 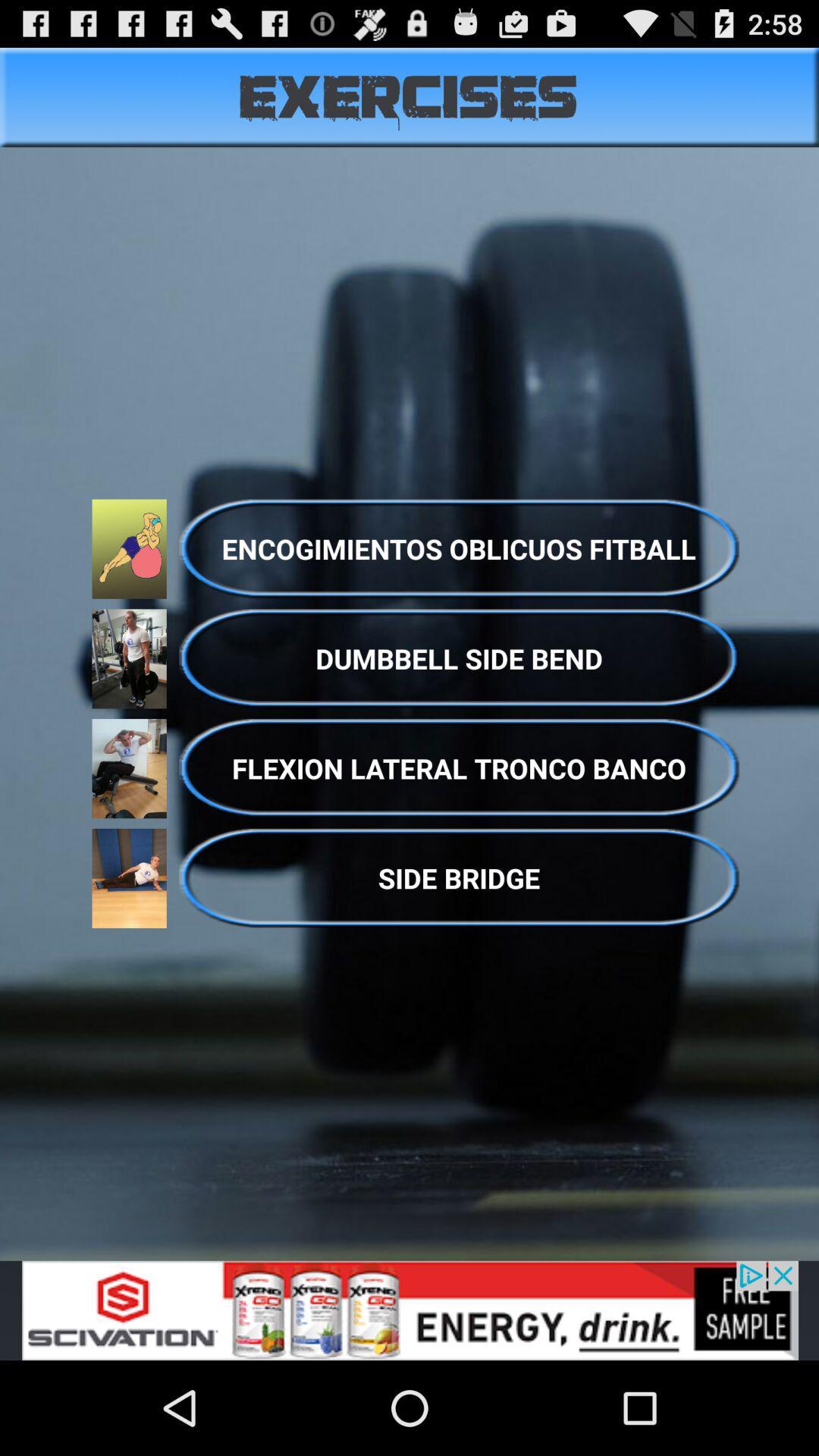 I want to click on jimnastics, so click(x=409, y=1310).